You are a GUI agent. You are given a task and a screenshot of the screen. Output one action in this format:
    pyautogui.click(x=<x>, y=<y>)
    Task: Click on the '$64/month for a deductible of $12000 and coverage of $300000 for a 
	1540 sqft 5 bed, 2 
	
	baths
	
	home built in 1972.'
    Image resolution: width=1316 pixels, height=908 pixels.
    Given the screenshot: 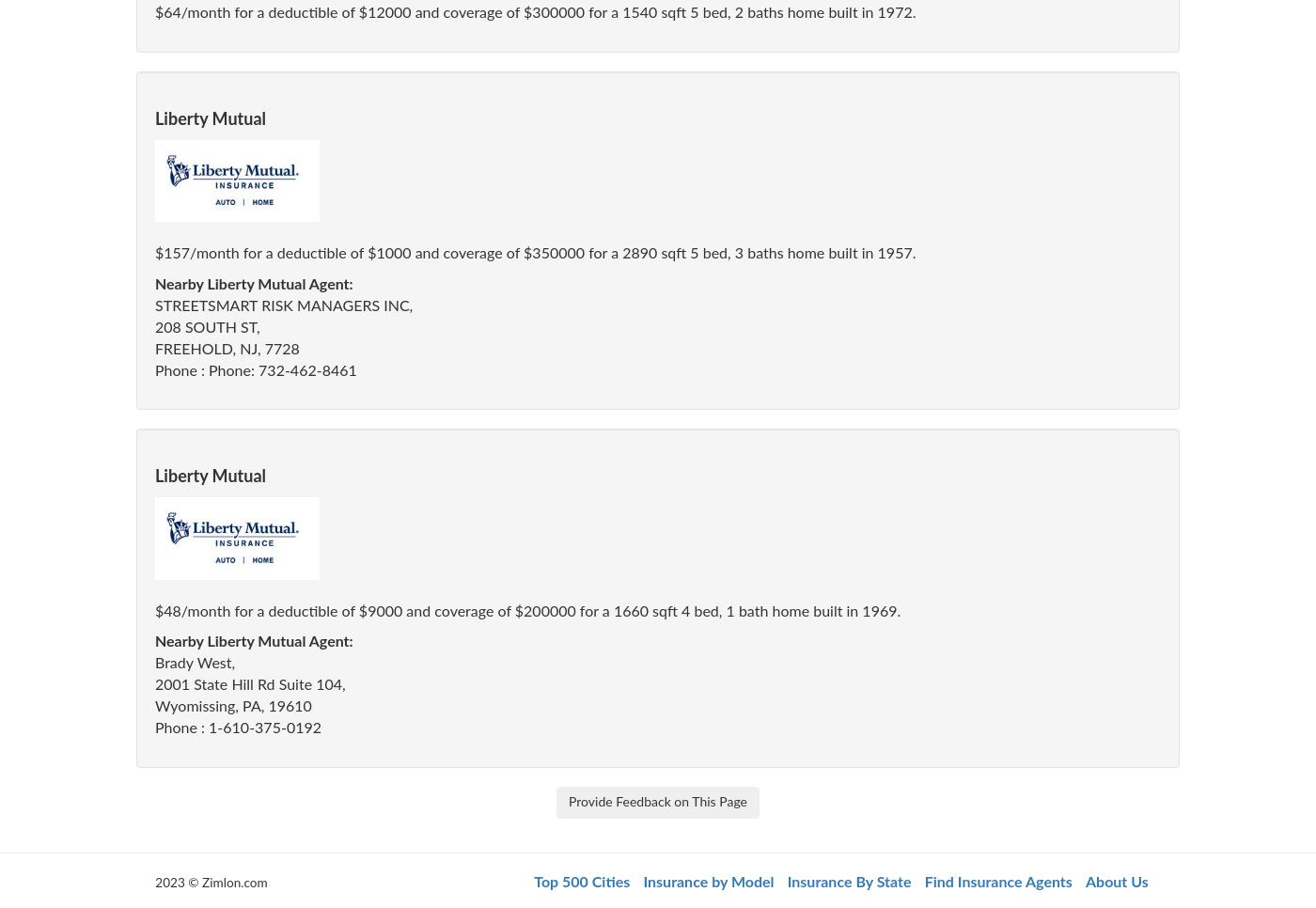 What is the action you would take?
    pyautogui.click(x=155, y=12)
    